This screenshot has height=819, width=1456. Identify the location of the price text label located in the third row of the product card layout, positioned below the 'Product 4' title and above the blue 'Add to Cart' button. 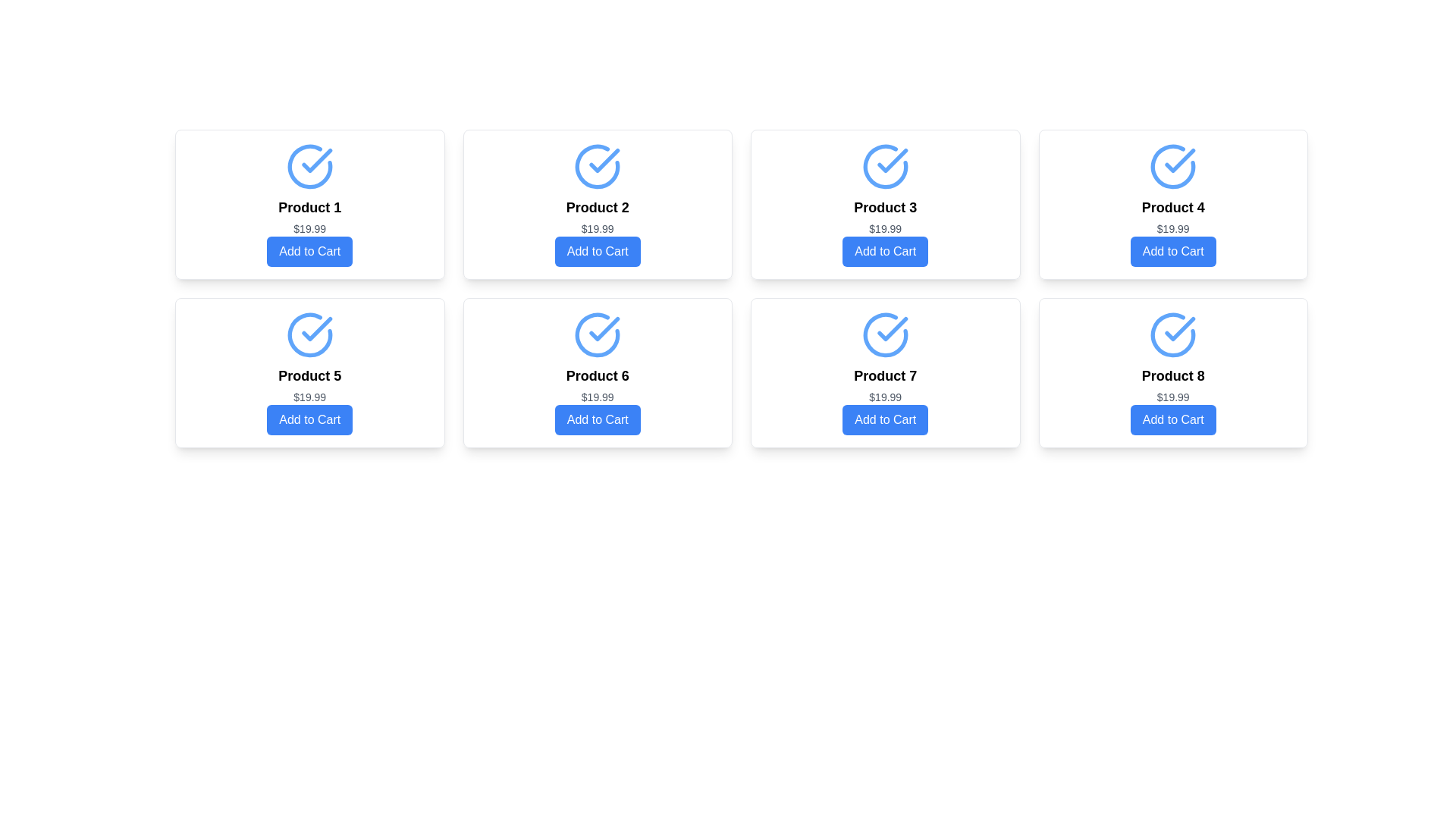
(1172, 228).